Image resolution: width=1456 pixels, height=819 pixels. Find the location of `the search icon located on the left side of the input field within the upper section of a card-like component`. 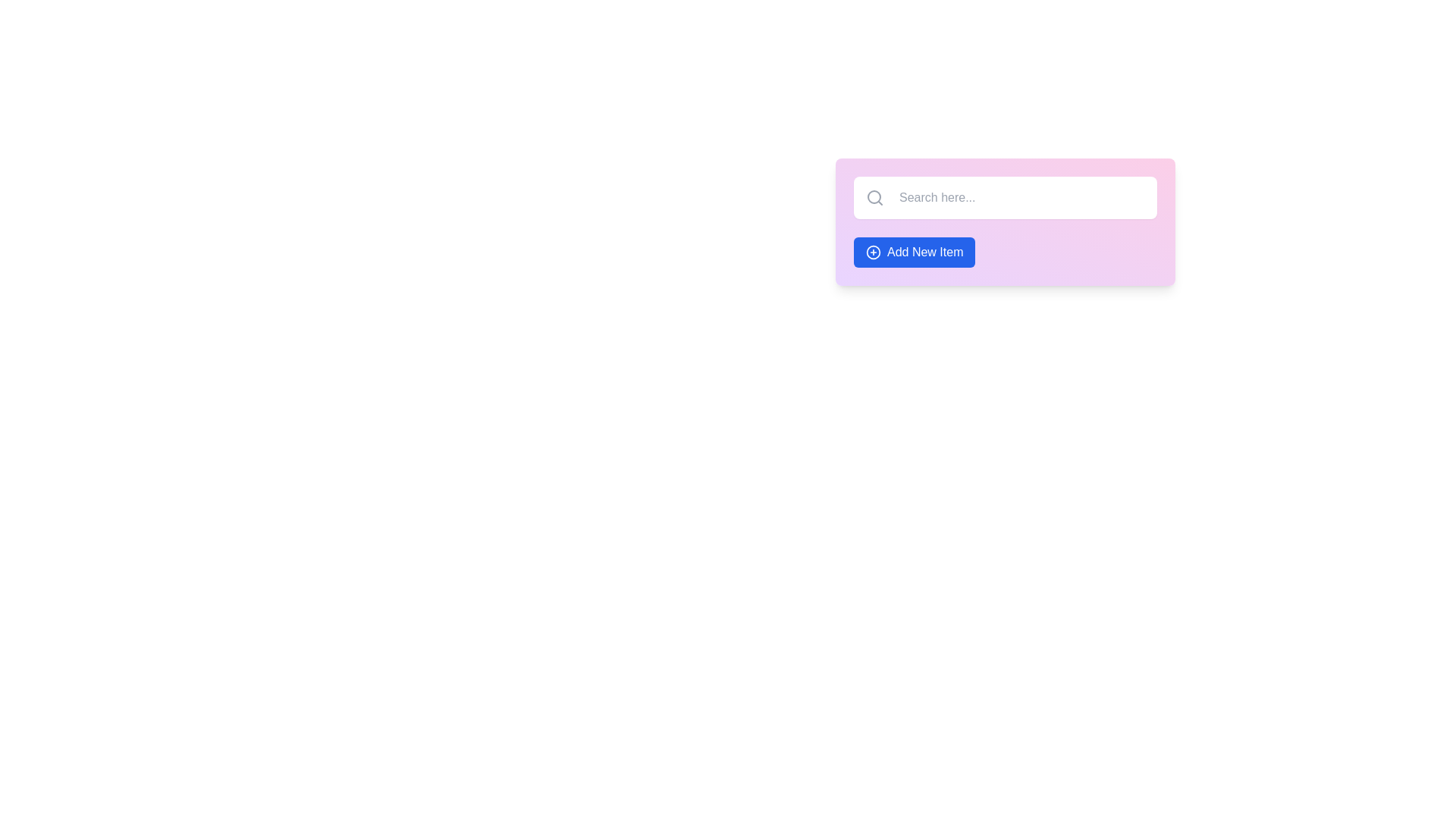

the search icon located on the left side of the input field within the upper section of a card-like component is located at coordinates (874, 197).